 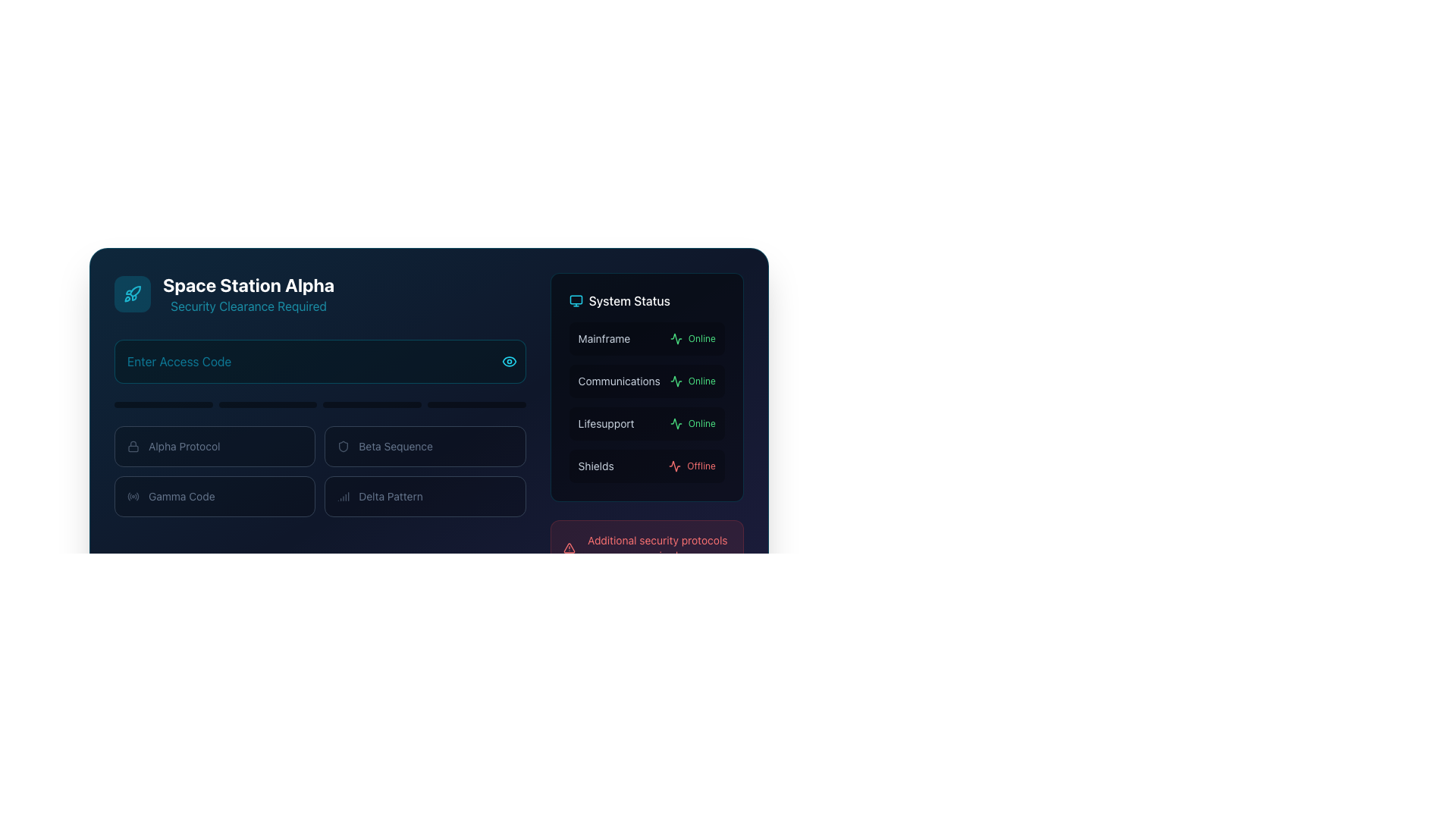 I want to click on the active status icon of the 'Communications' system located in the 'System Status' section, next to the 'Communications' label, so click(x=675, y=338).